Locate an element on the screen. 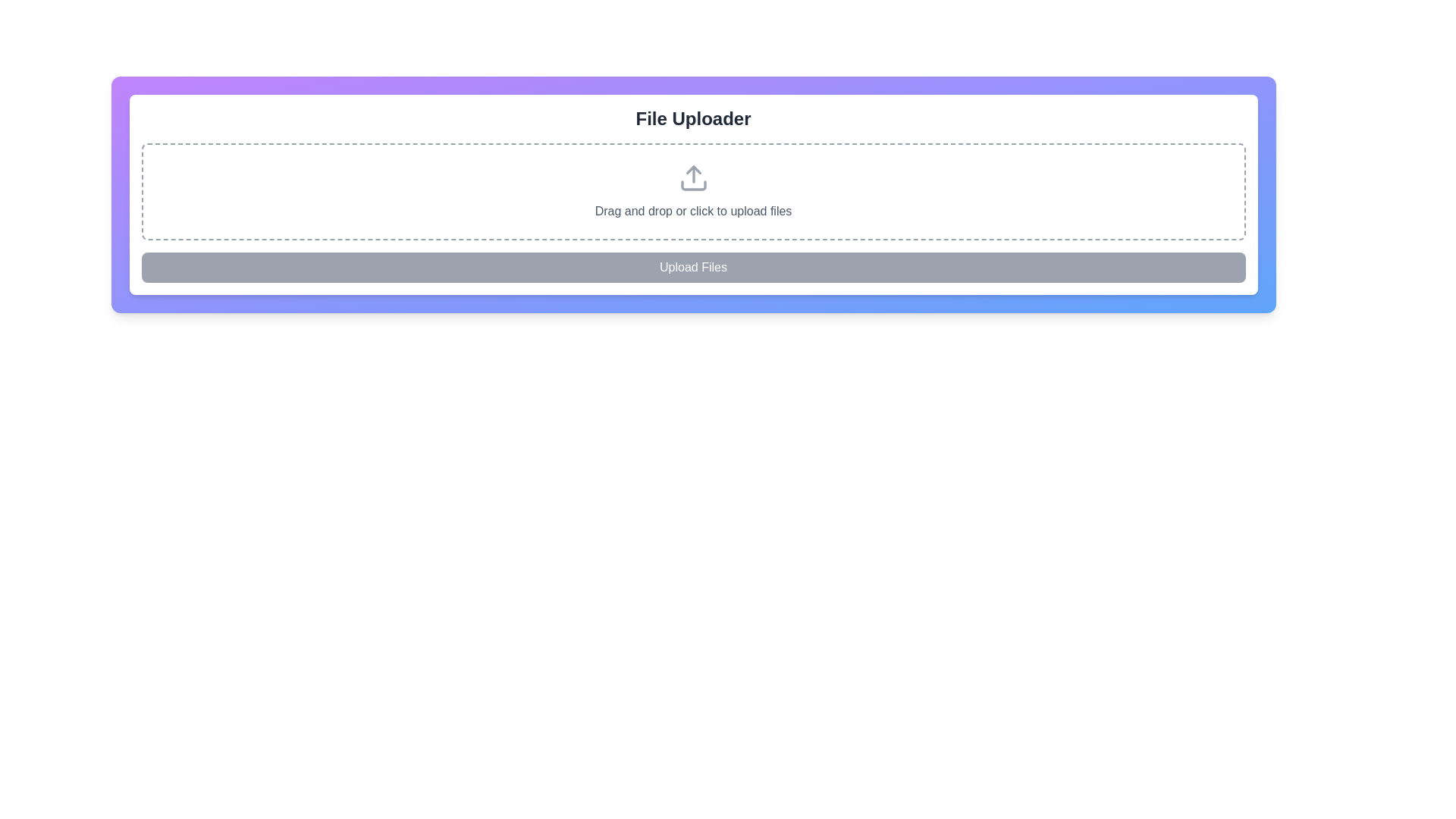 The height and width of the screenshot is (819, 1456). the upload icon represented by an upward arrow above the text 'Drag and drop or click to upload files' is located at coordinates (692, 177).